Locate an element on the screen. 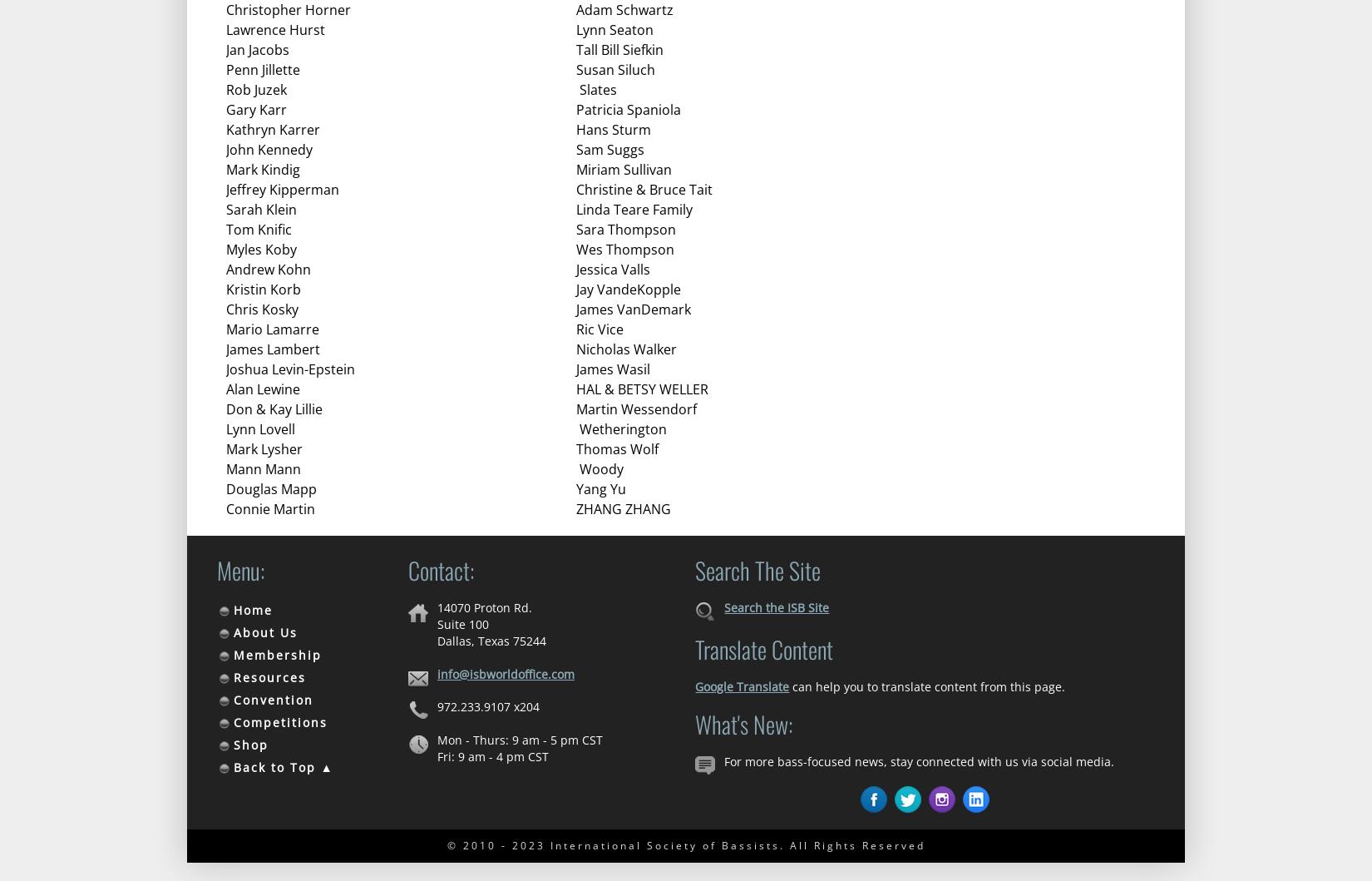 This screenshot has width=1372, height=881. 'Woody' is located at coordinates (599, 468).